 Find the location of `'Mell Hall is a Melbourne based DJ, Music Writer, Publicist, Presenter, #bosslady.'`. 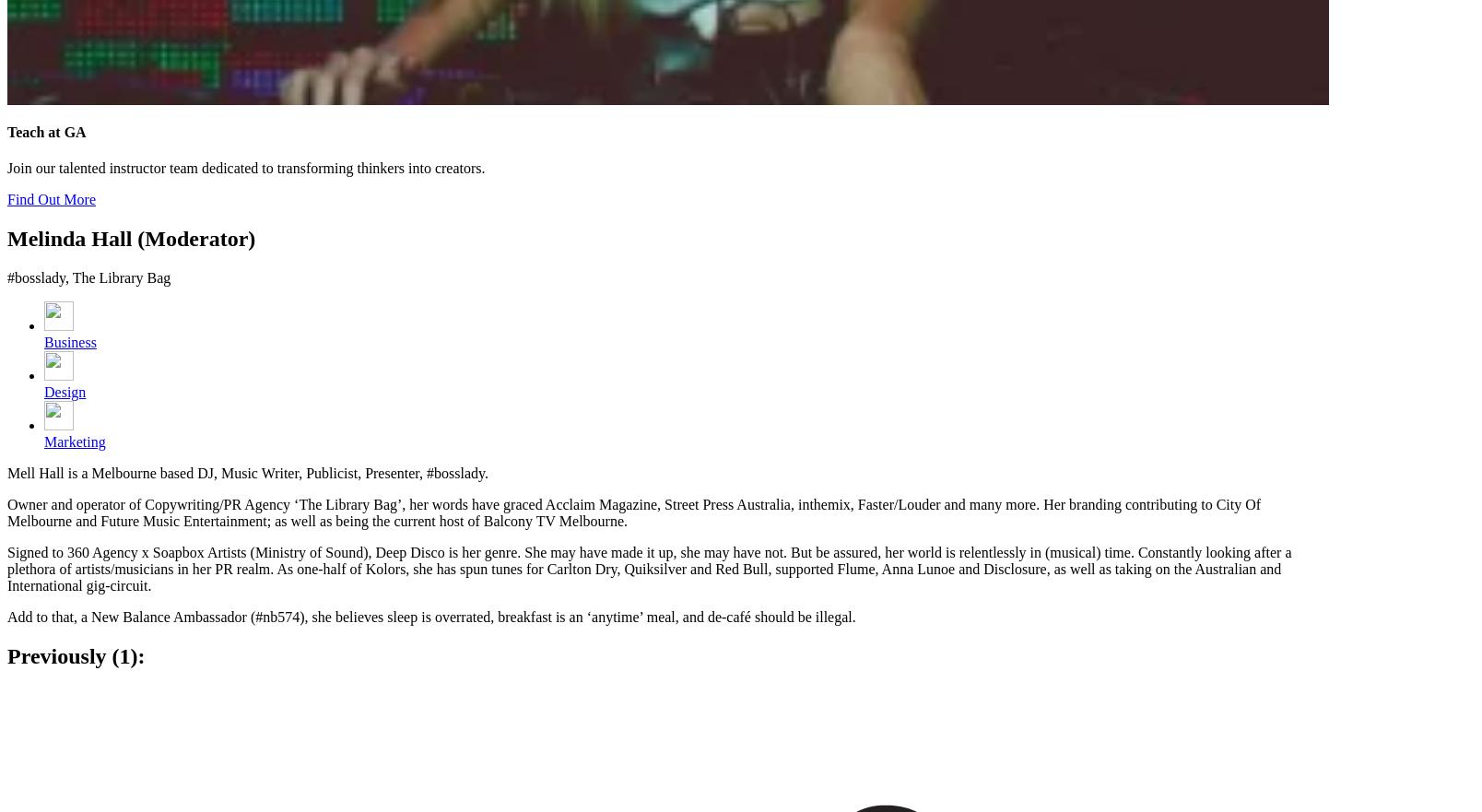

'Mell Hall is a Melbourne based DJ, Music Writer, Publicist, Presenter, #bosslady.' is located at coordinates (247, 473).